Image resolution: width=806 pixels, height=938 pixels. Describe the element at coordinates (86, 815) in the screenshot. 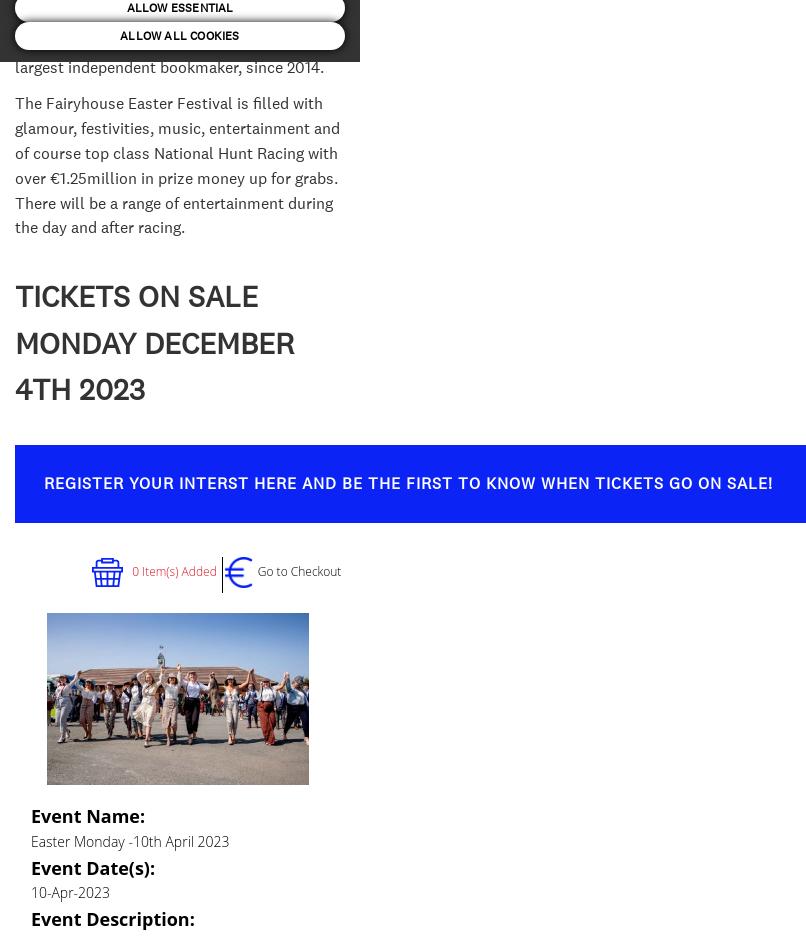

I see `'Event Name:'` at that location.